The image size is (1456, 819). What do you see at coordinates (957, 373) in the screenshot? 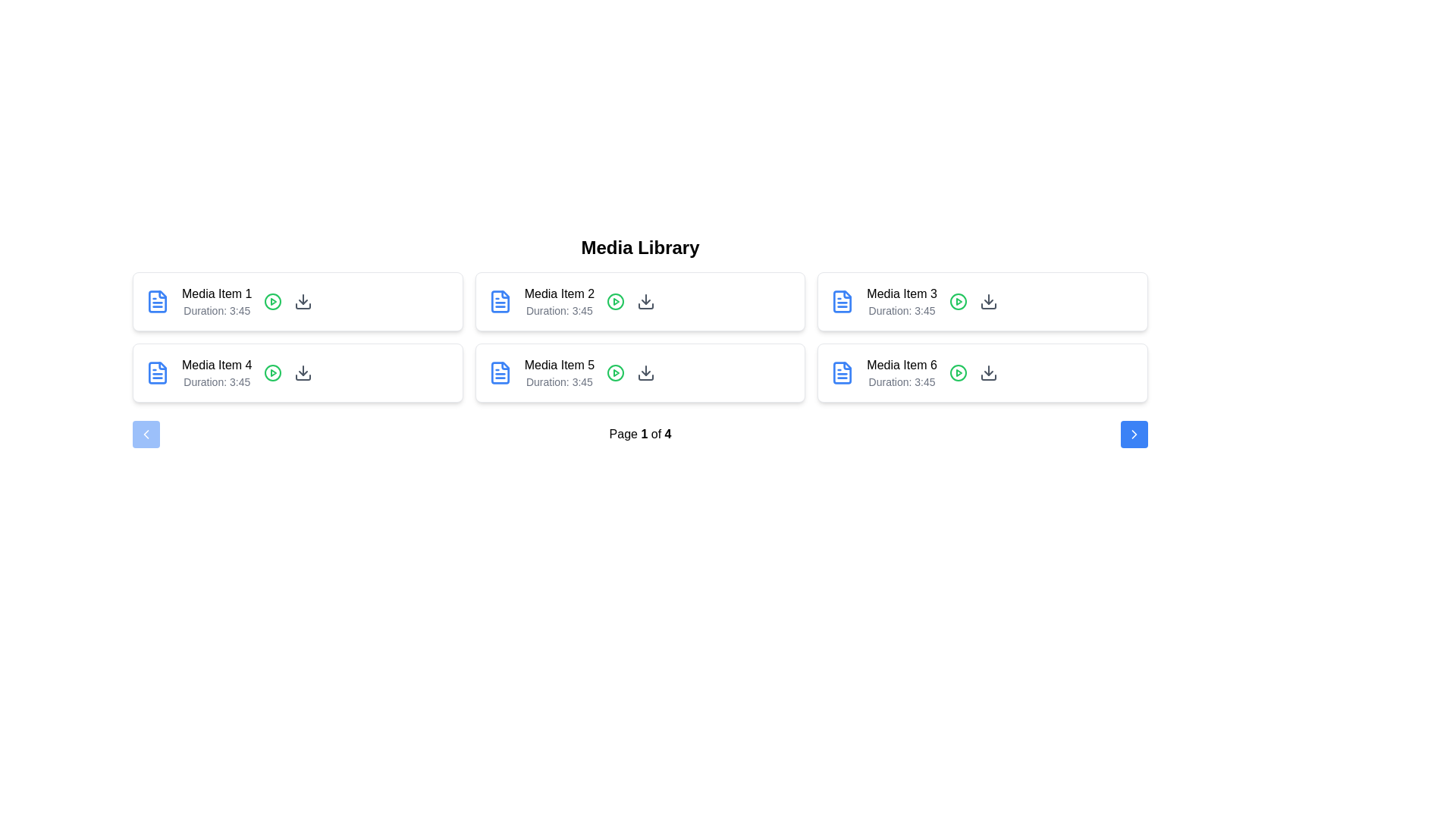
I see `the play button for 'Media Item 6'` at bounding box center [957, 373].